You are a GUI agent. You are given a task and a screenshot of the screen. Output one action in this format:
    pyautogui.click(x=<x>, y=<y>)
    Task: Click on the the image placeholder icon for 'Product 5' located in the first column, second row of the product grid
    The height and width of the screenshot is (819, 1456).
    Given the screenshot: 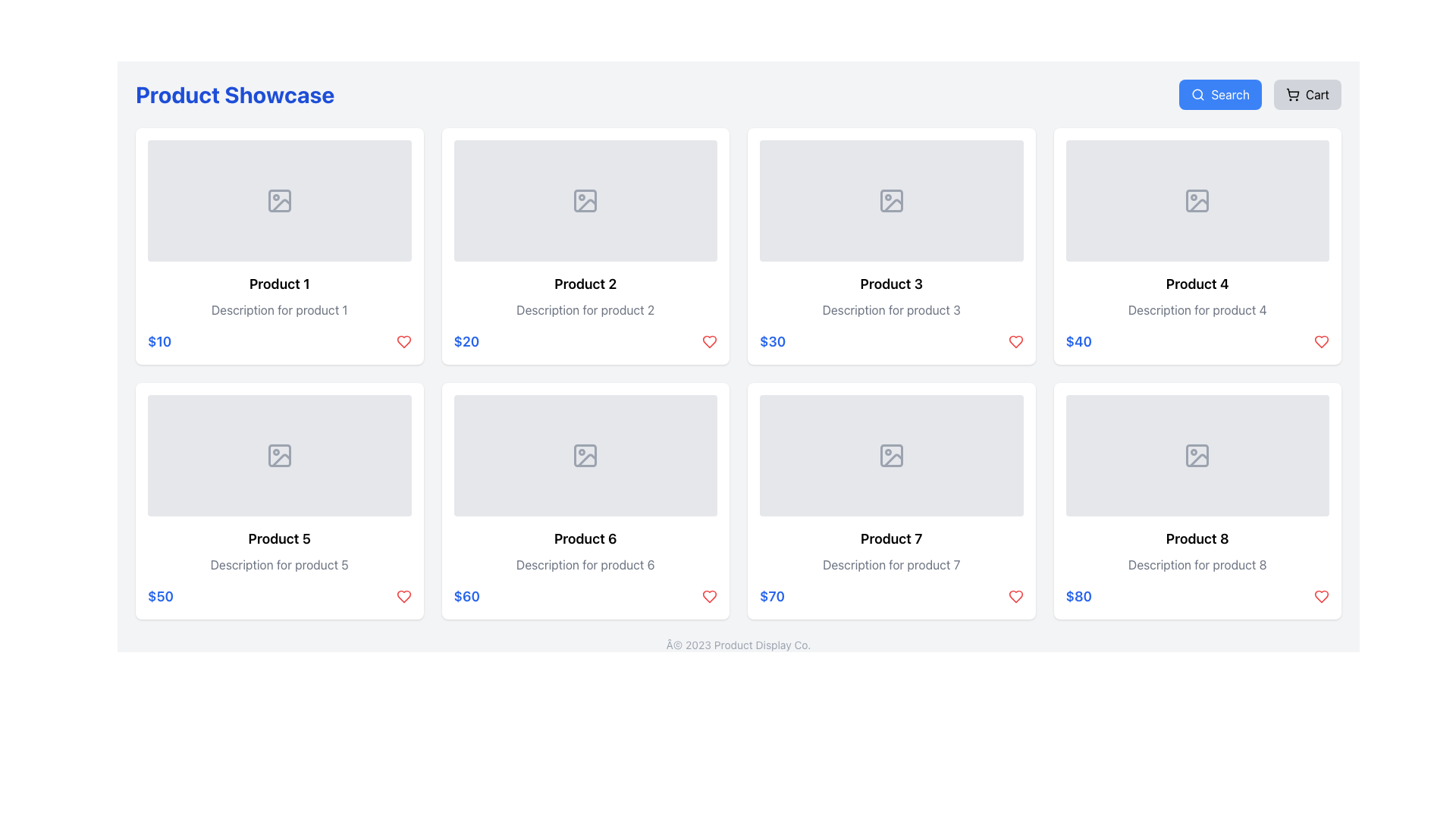 What is the action you would take?
    pyautogui.click(x=279, y=455)
    